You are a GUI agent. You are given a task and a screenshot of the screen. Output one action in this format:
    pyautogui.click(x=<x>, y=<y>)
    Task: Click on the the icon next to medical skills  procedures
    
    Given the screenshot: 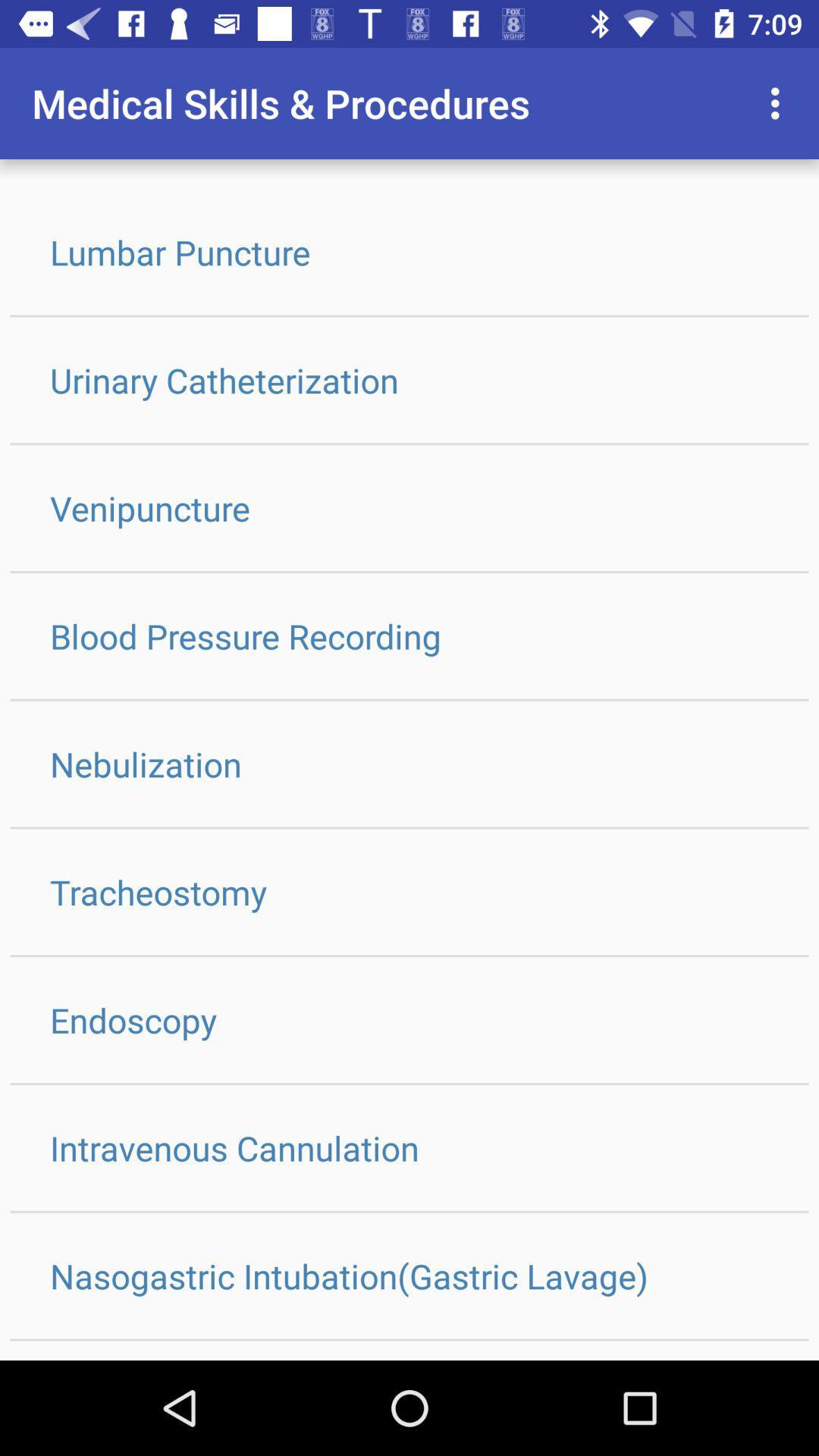 What is the action you would take?
    pyautogui.click(x=779, y=103)
    